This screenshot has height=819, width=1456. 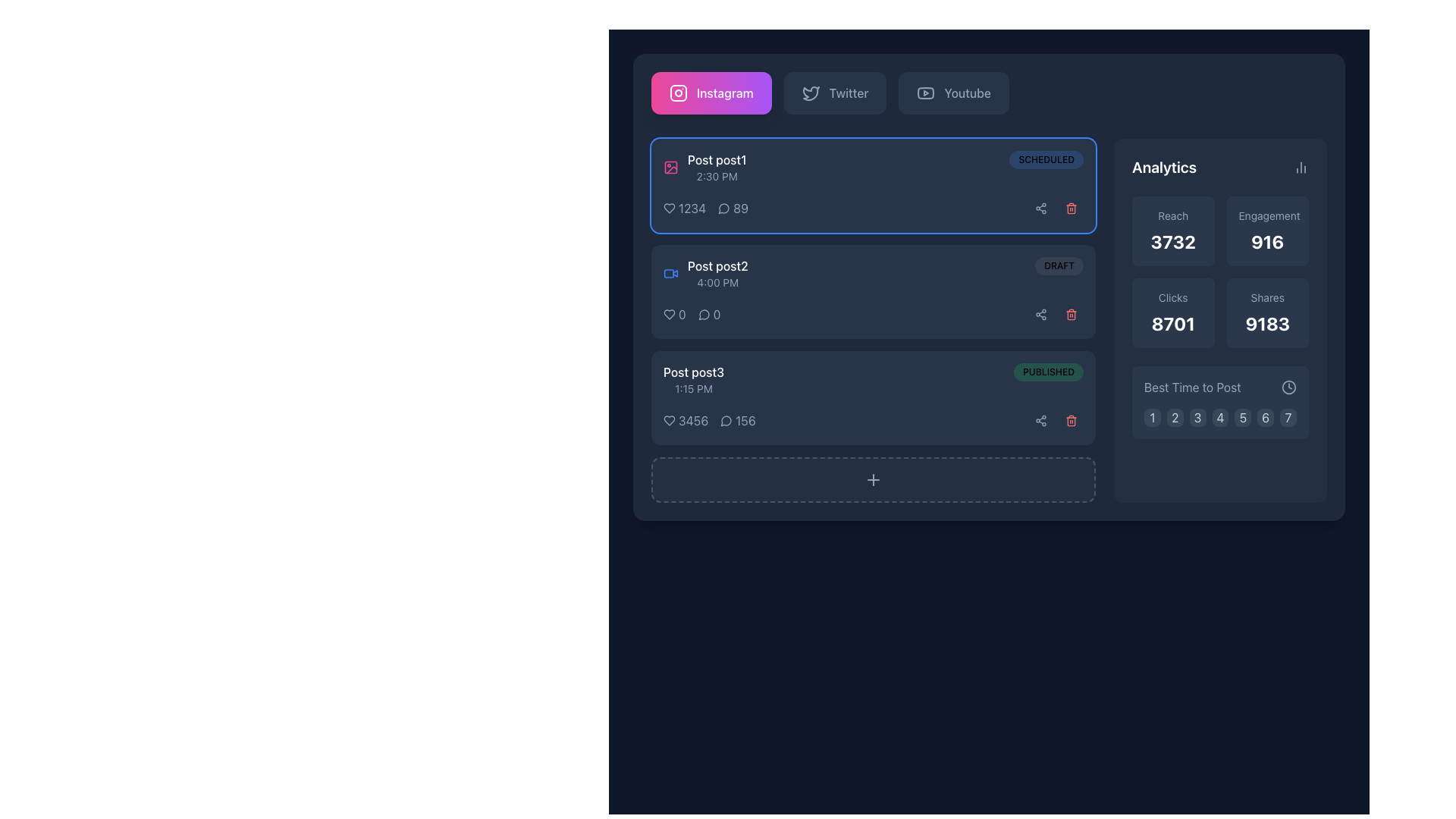 I want to click on the Text label displaying 'Post post2' within the second item of the vertical list of posts, which is styled with white font against a dark blue background, so click(x=717, y=265).